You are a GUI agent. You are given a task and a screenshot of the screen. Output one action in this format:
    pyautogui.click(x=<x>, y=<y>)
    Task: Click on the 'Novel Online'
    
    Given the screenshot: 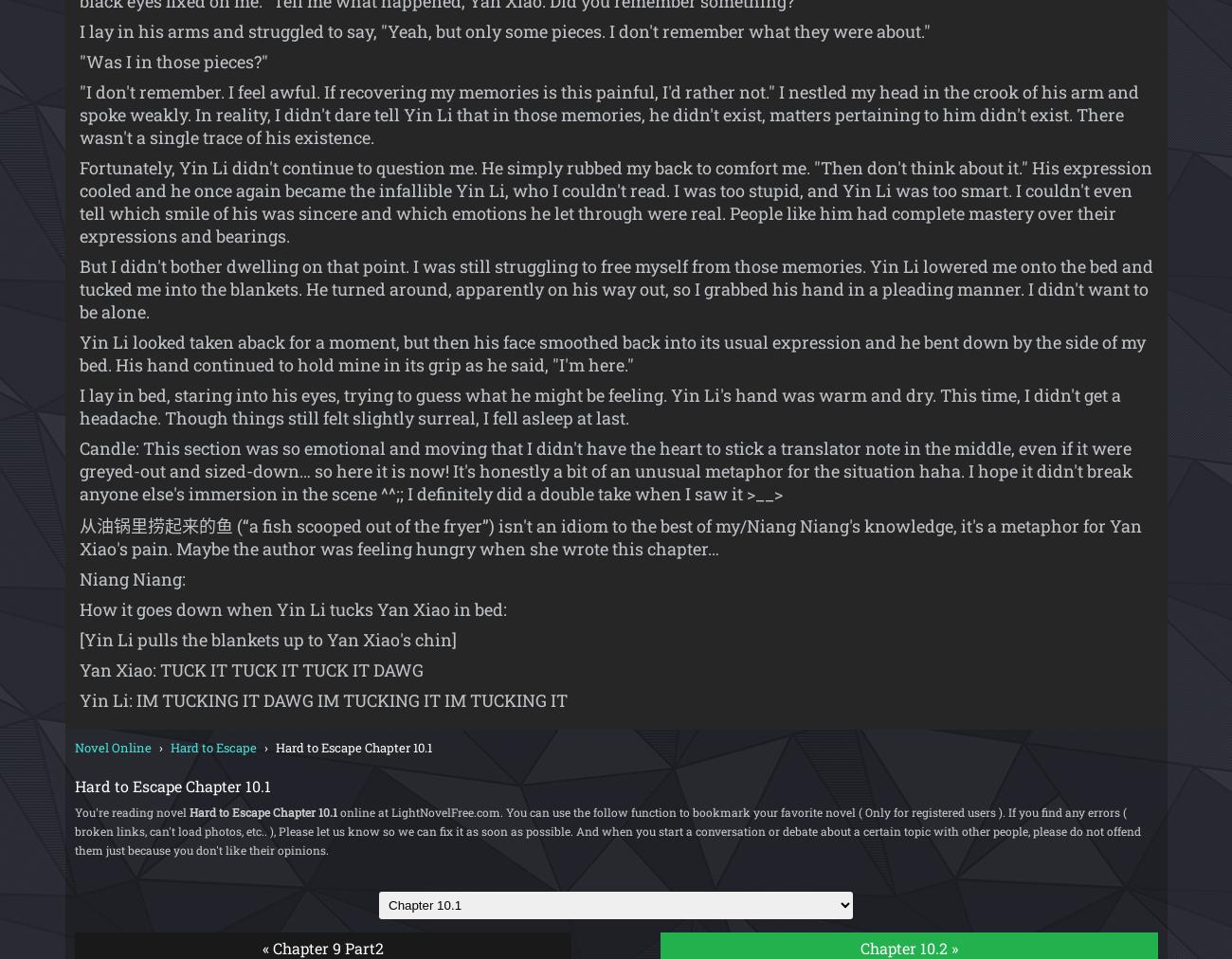 What is the action you would take?
    pyautogui.click(x=111, y=746)
    